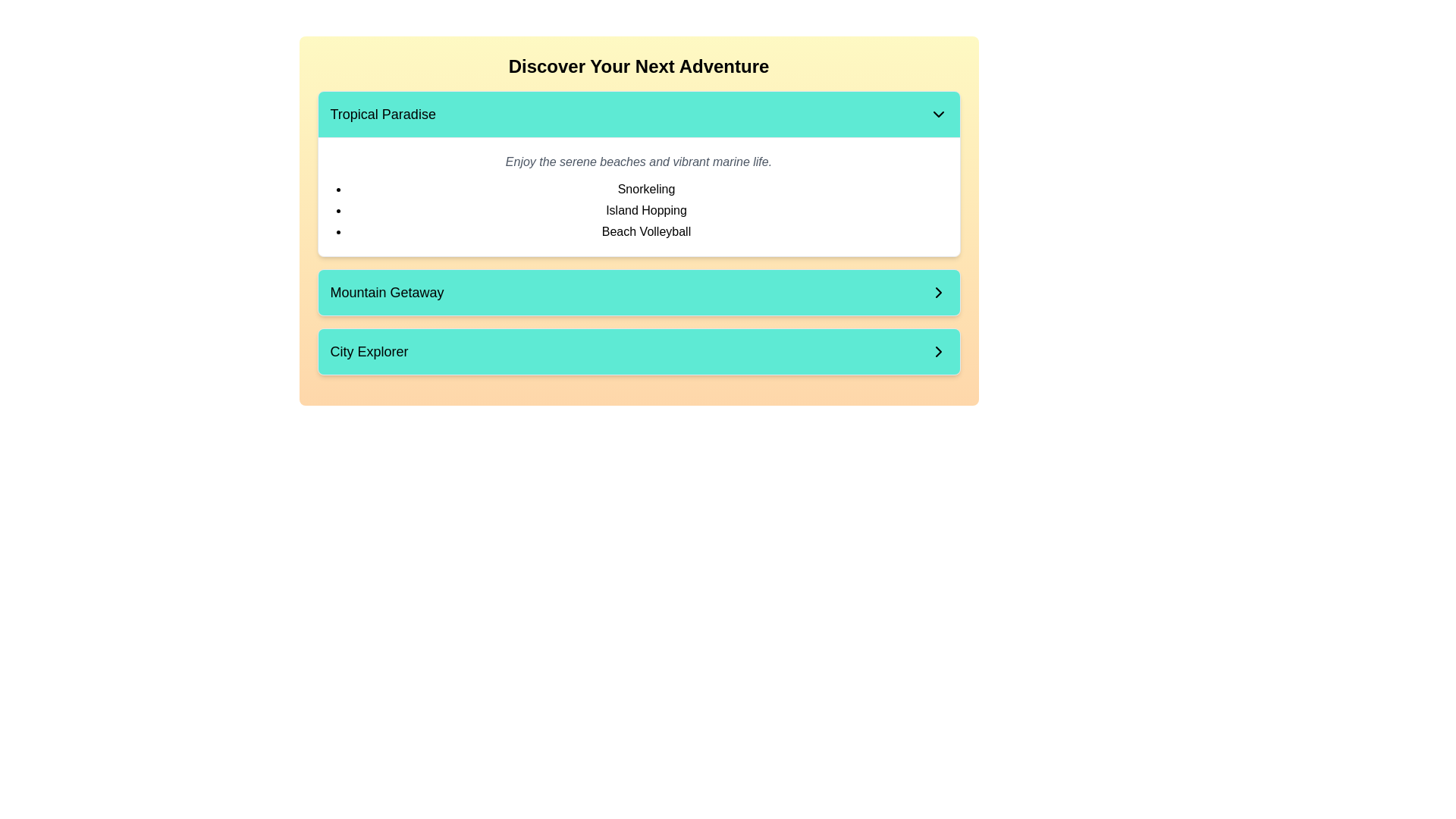 This screenshot has height=819, width=1456. What do you see at coordinates (937, 292) in the screenshot?
I see `the right-facing chevron icon on the teal background button labeled 'Mountain Getaway' for interactivity` at bounding box center [937, 292].